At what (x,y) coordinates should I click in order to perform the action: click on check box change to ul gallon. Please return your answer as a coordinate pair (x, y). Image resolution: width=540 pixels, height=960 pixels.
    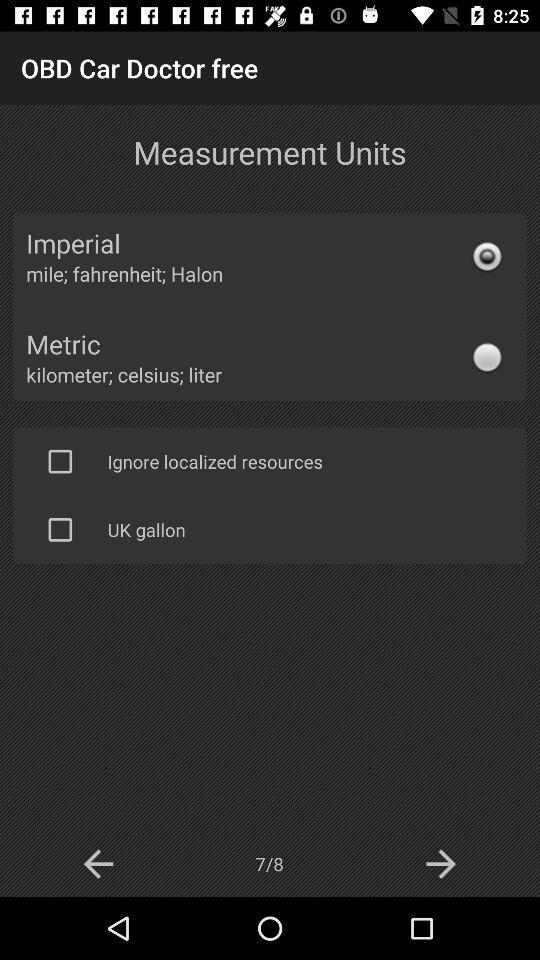
    Looking at the image, I should click on (60, 528).